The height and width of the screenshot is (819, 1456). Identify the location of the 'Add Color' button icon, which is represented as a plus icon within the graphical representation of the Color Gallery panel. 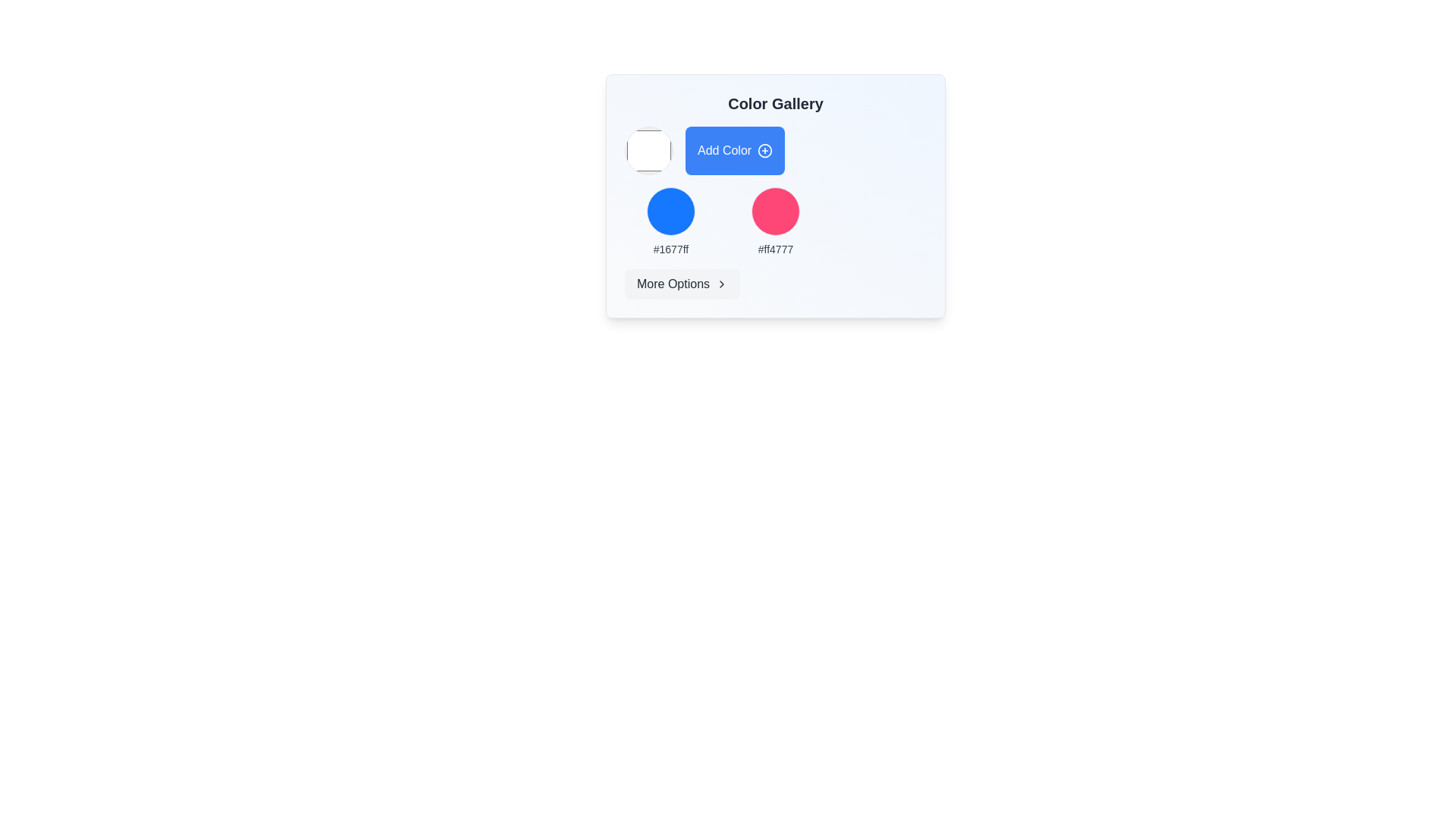
(765, 151).